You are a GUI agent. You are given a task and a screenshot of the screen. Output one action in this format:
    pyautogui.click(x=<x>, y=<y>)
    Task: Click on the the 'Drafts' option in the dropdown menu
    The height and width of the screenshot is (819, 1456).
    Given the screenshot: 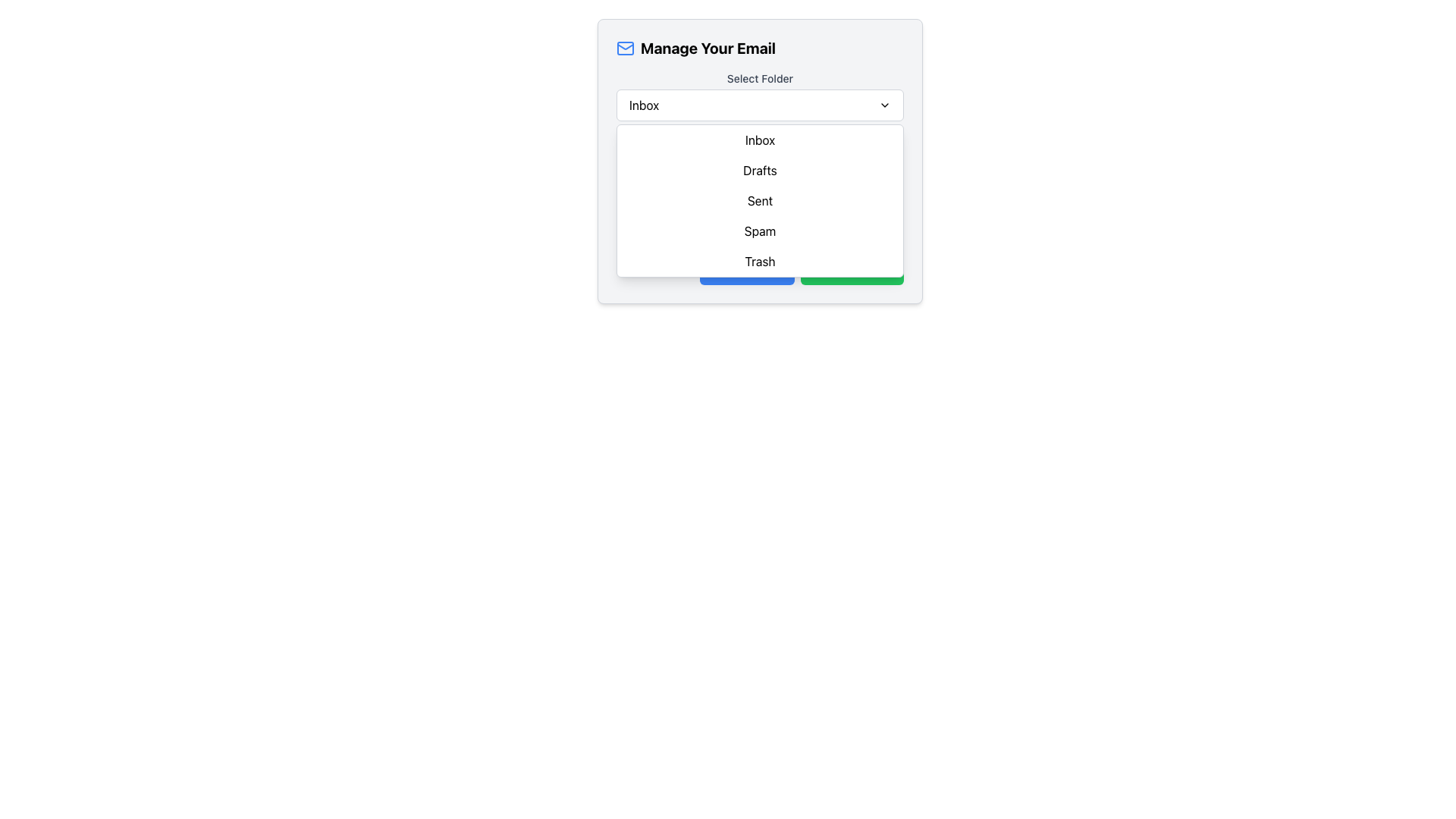 What is the action you would take?
    pyautogui.click(x=760, y=170)
    